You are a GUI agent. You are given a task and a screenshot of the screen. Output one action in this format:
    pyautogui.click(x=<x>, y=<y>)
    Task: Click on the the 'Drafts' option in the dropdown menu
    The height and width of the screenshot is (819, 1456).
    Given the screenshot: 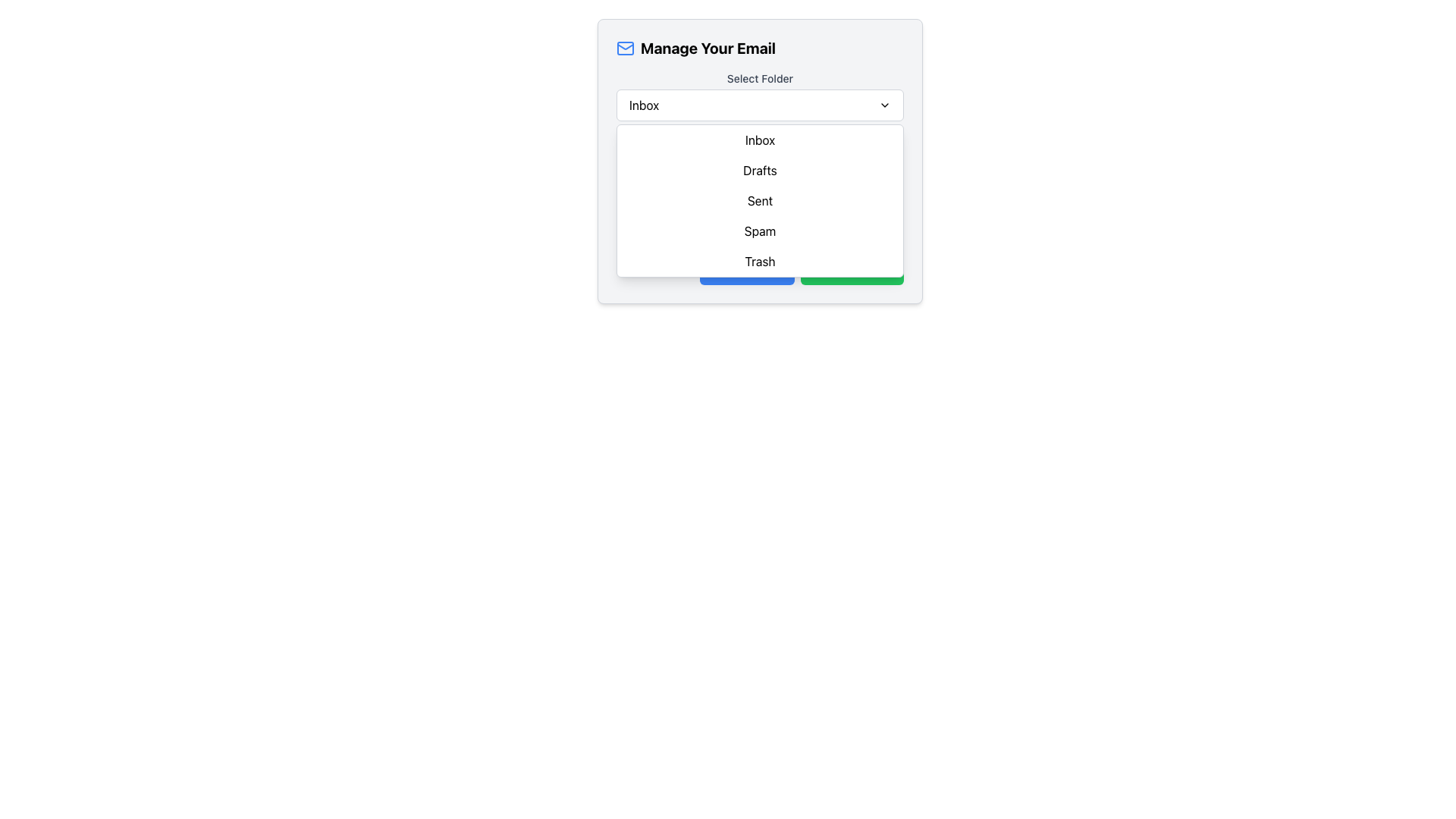 What is the action you would take?
    pyautogui.click(x=760, y=170)
    